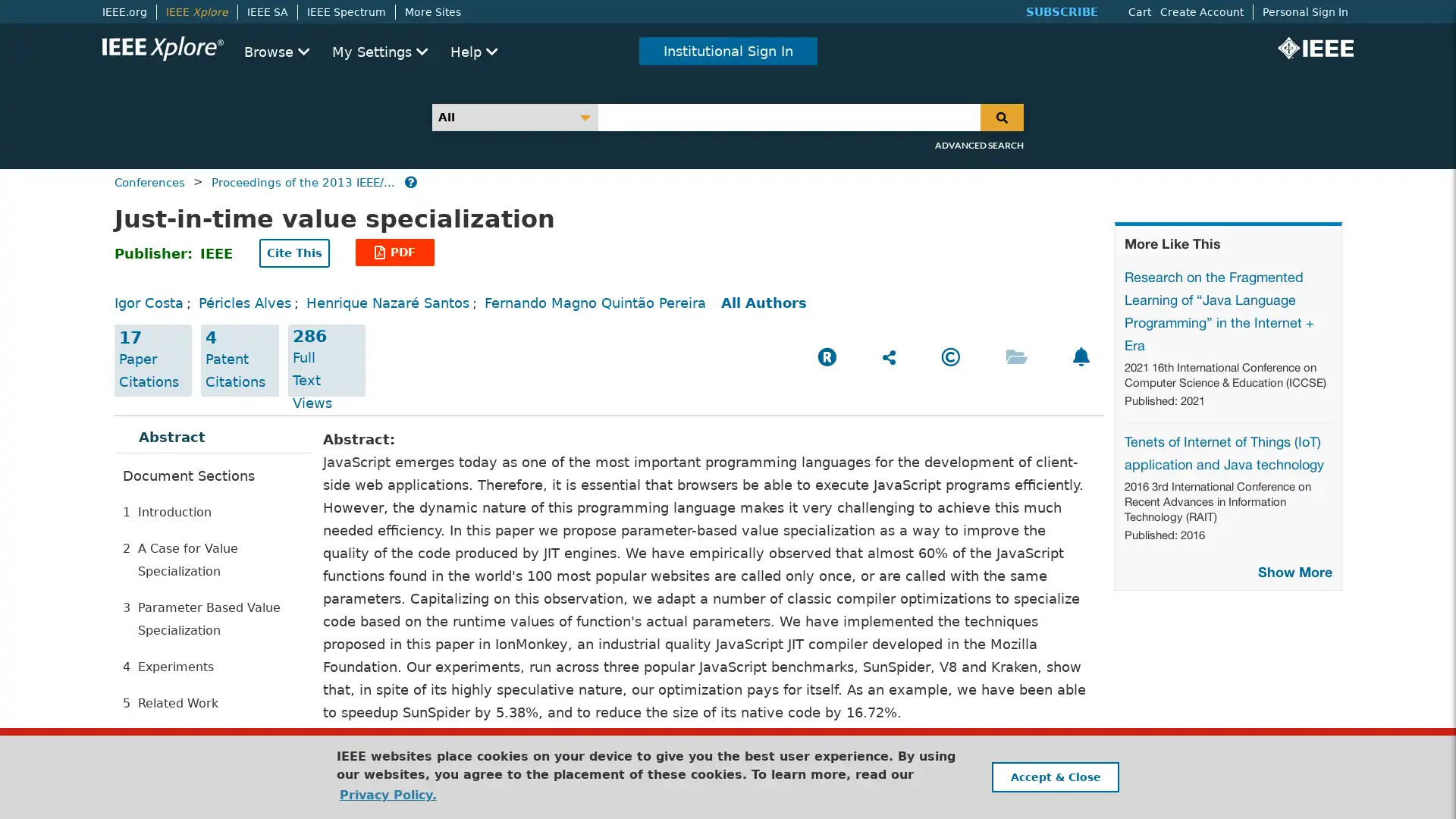  I want to click on 17 Paper Citations, so click(152, 360).